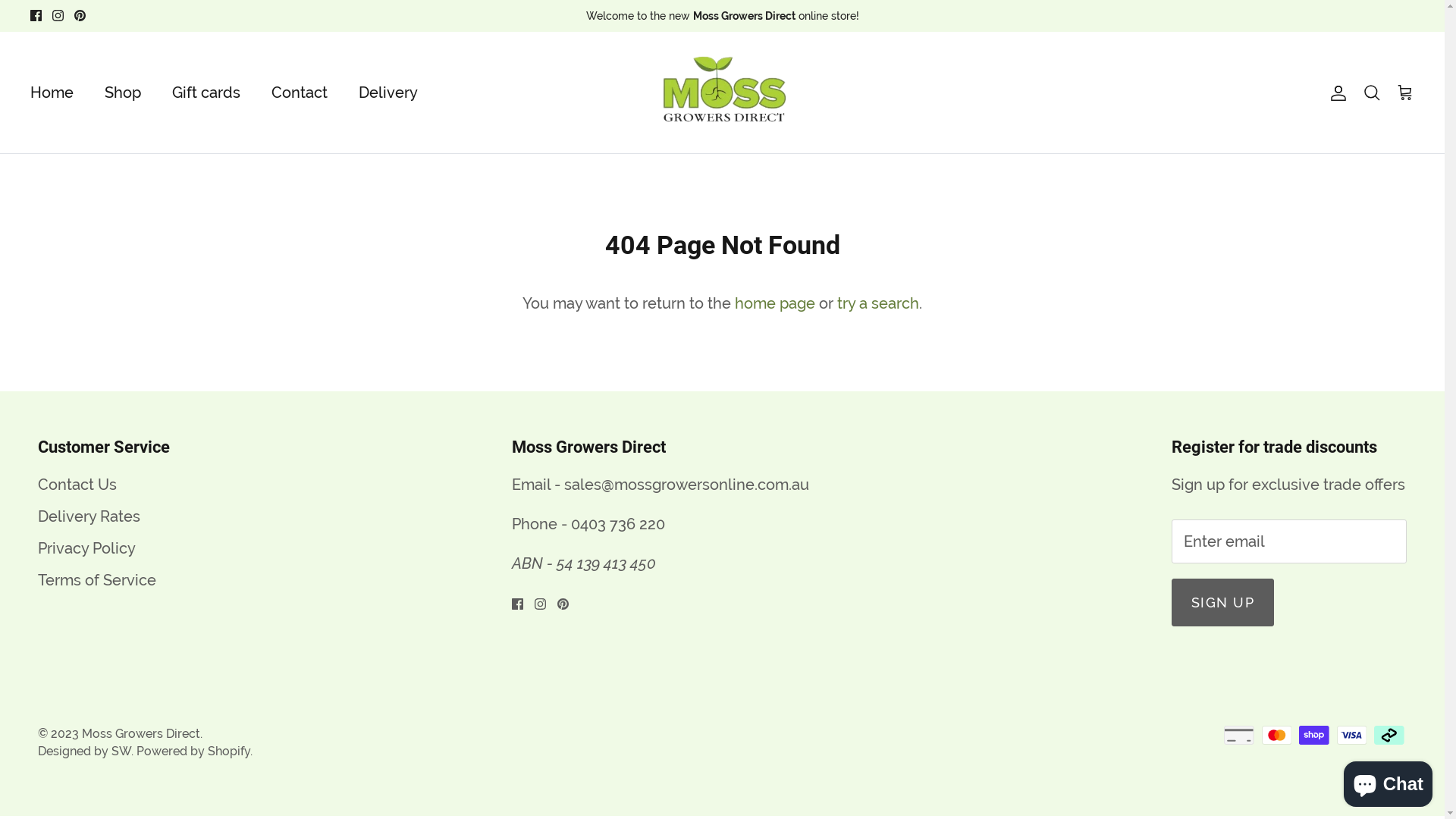 This screenshot has width=1456, height=819. Describe the element at coordinates (645, 93) in the screenshot. I see `'Moss Growers Direct'` at that location.